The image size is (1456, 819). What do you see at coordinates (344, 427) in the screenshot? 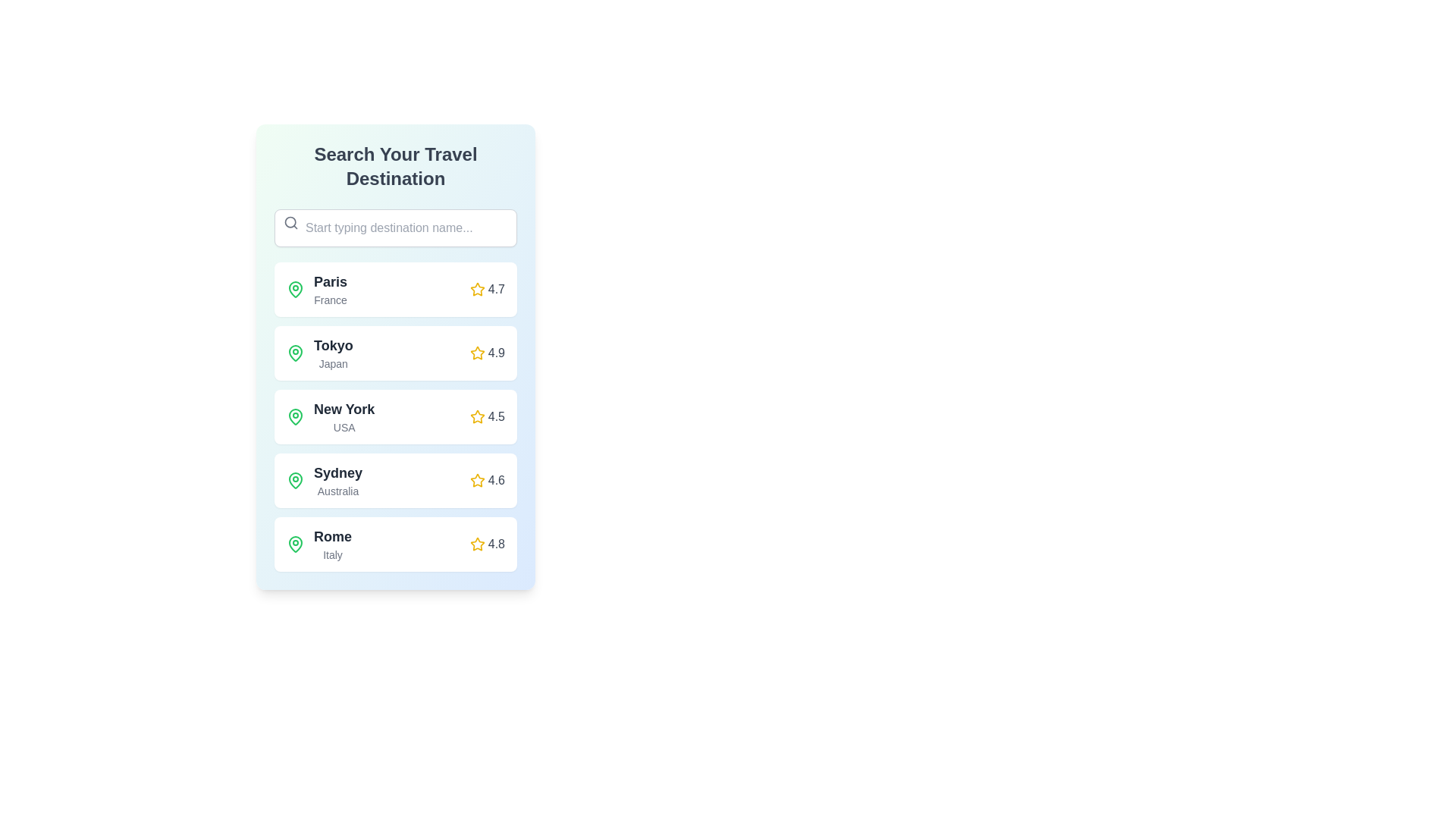
I see `the text label displaying 'USA', which is positioned below the heading 'New York' in the vertical list of destinations` at bounding box center [344, 427].